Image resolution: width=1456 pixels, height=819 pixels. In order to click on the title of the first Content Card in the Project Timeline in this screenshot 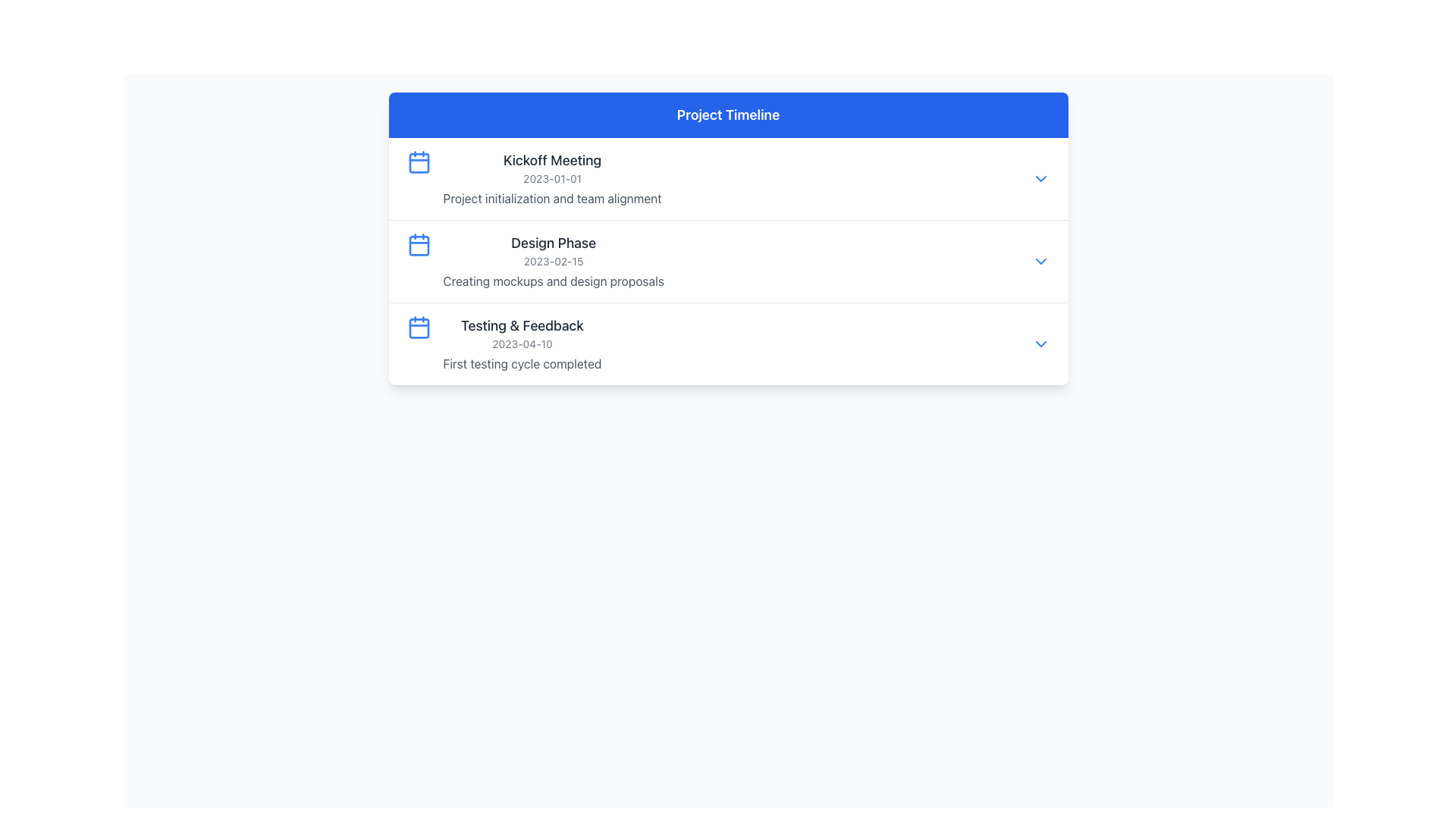, I will do `click(728, 177)`.